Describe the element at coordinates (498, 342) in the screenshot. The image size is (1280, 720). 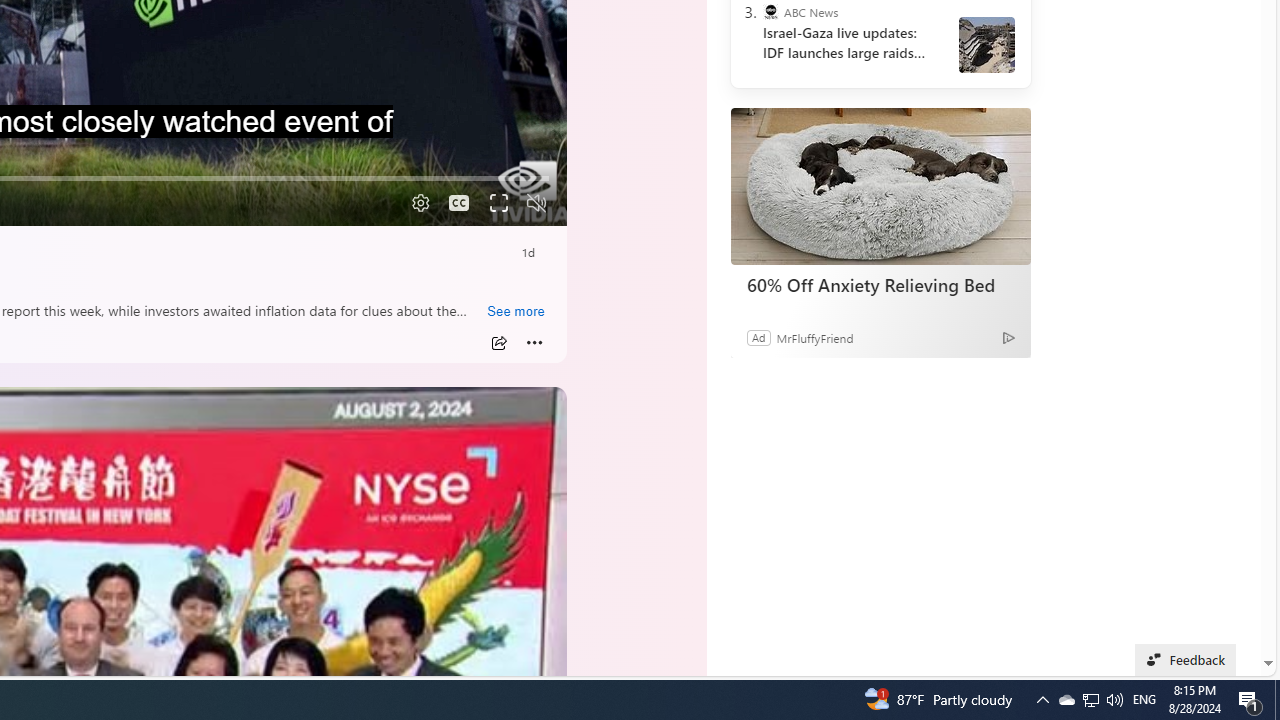
I see `'Share'` at that location.